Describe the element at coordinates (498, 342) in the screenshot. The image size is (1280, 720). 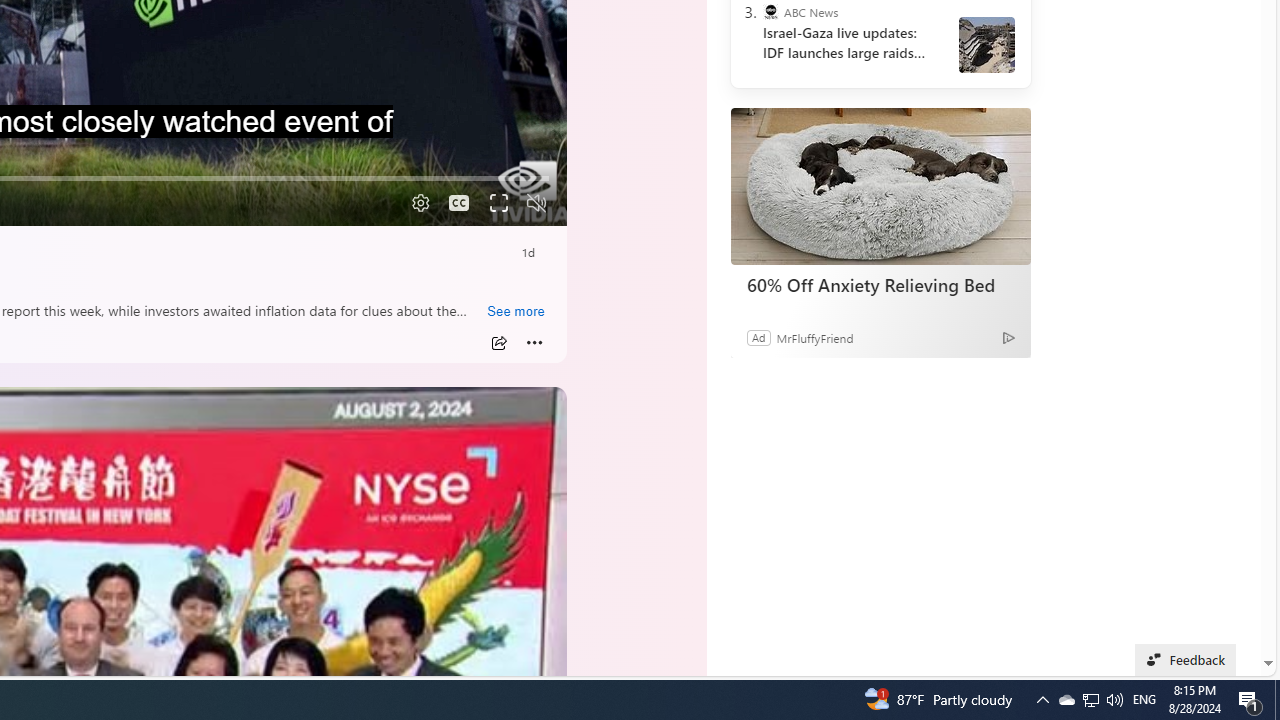
I see `'Share'` at that location.